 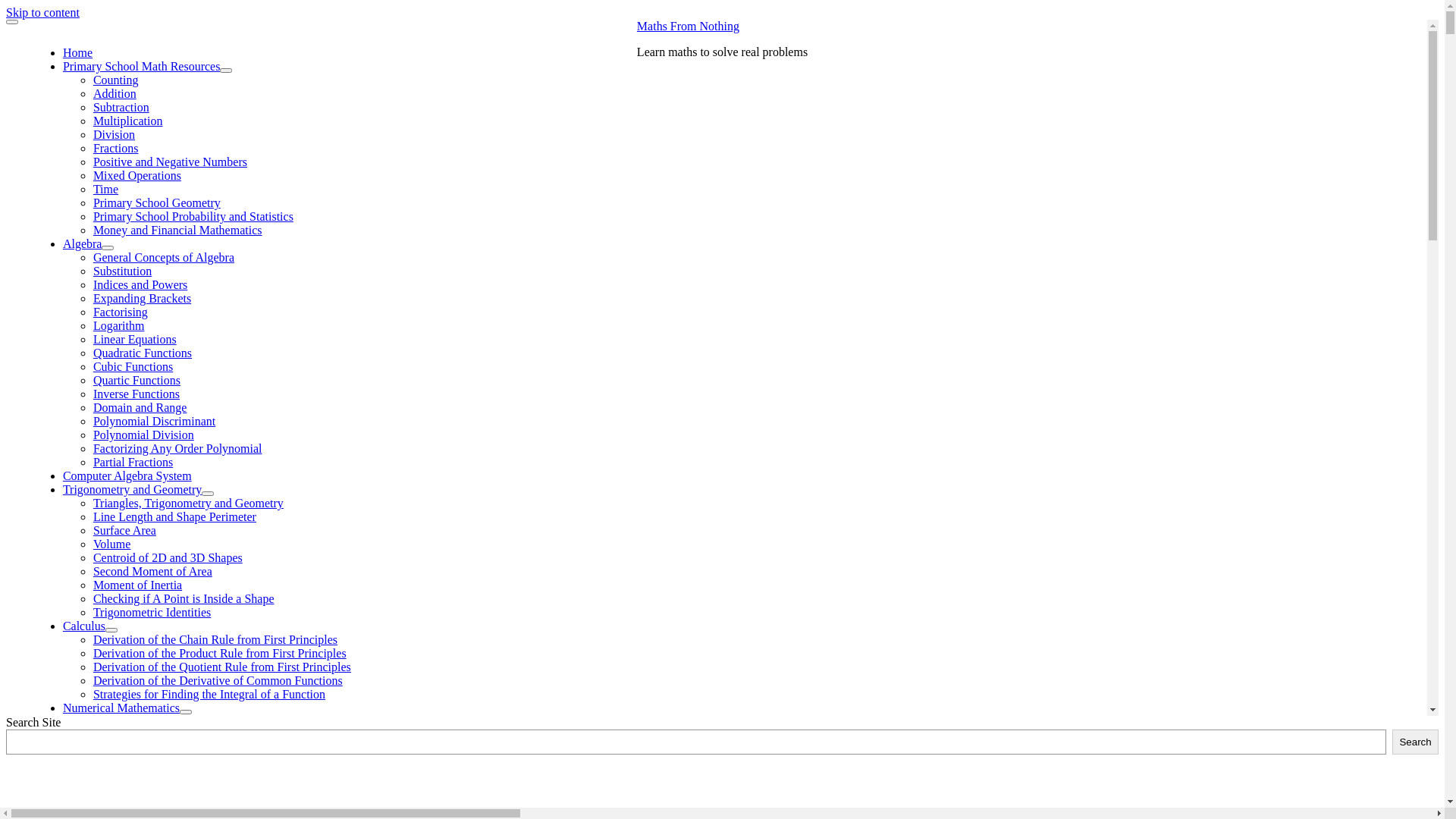 What do you see at coordinates (164, 256) in the screenshot?
I see `'General Concepts of Algebra'` at bounding box center [164, 256].